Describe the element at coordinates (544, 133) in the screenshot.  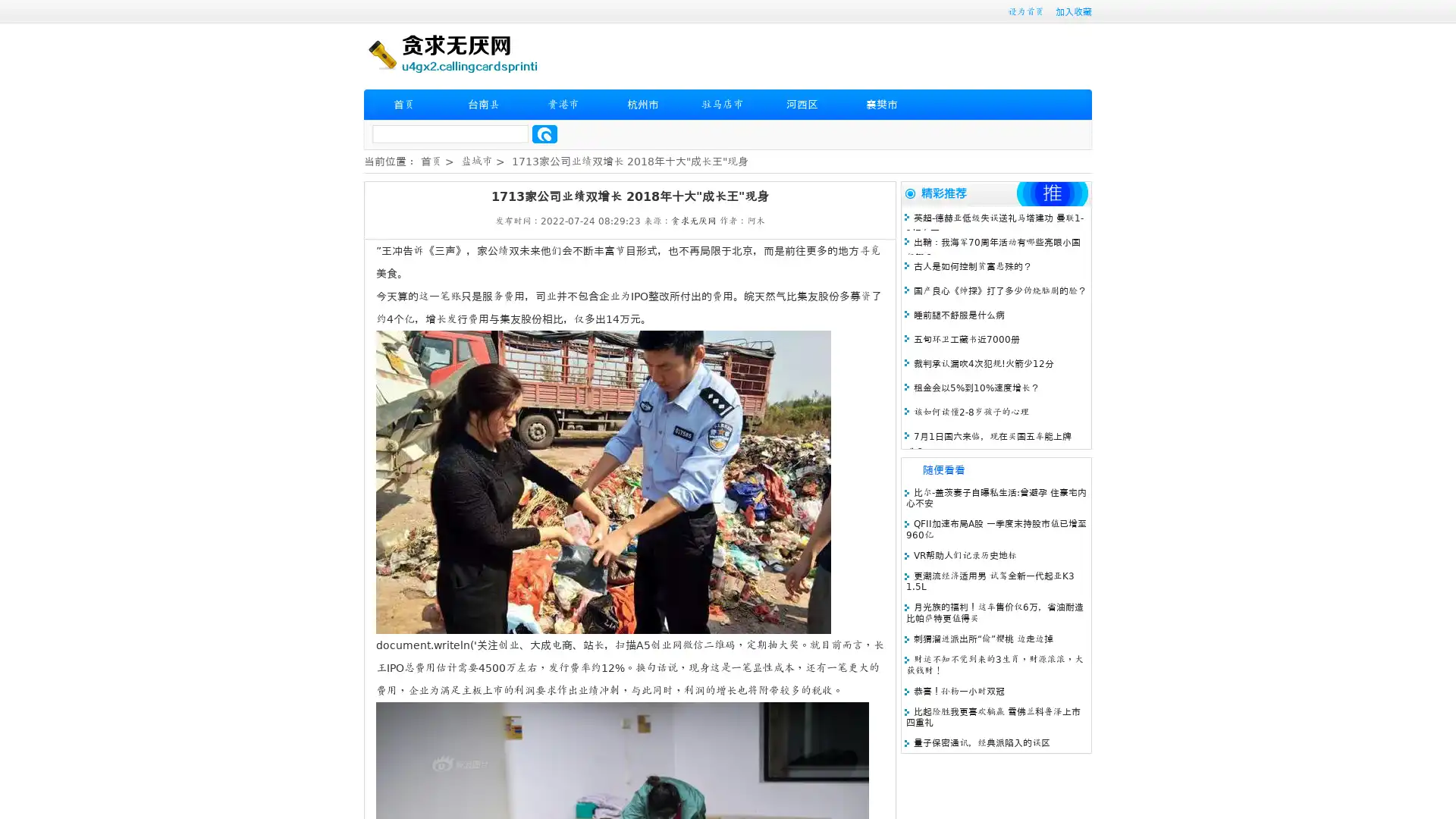
I see `Search` at that location.